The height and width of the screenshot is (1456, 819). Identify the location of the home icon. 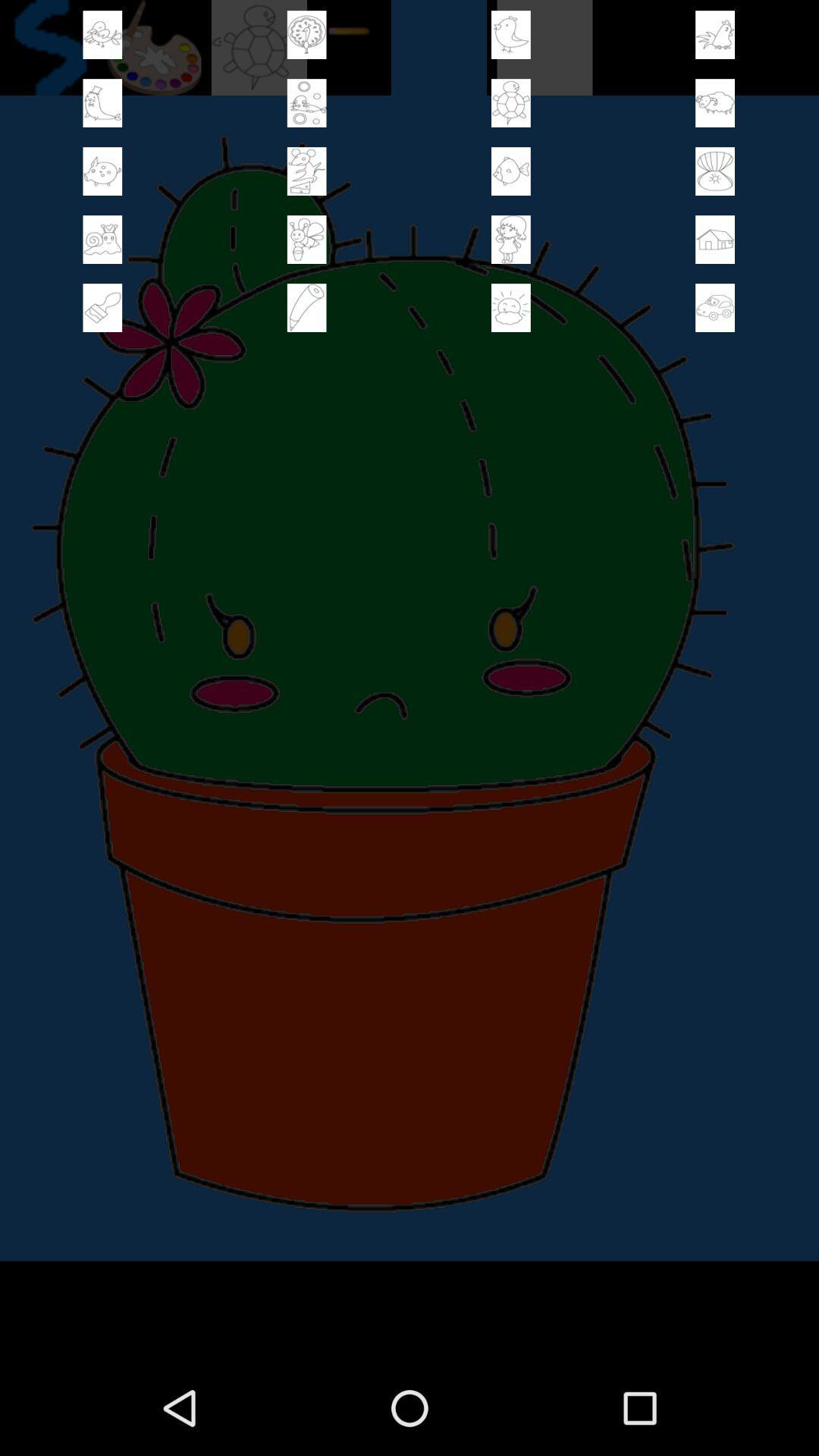
(715, 256).